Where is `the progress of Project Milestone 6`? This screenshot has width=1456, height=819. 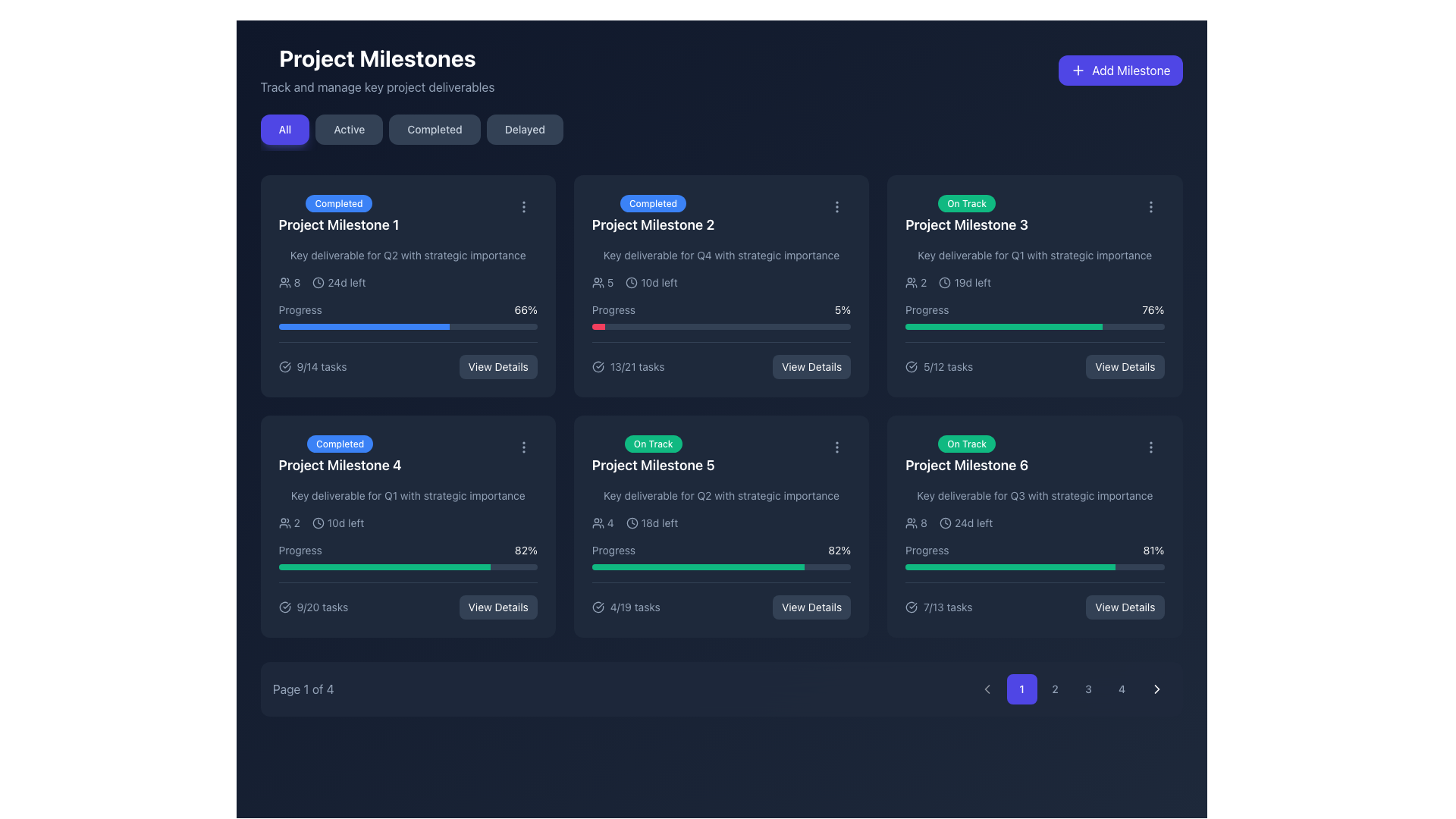 the progress of Project Milestone 6 is located at coordinates (959, 567).